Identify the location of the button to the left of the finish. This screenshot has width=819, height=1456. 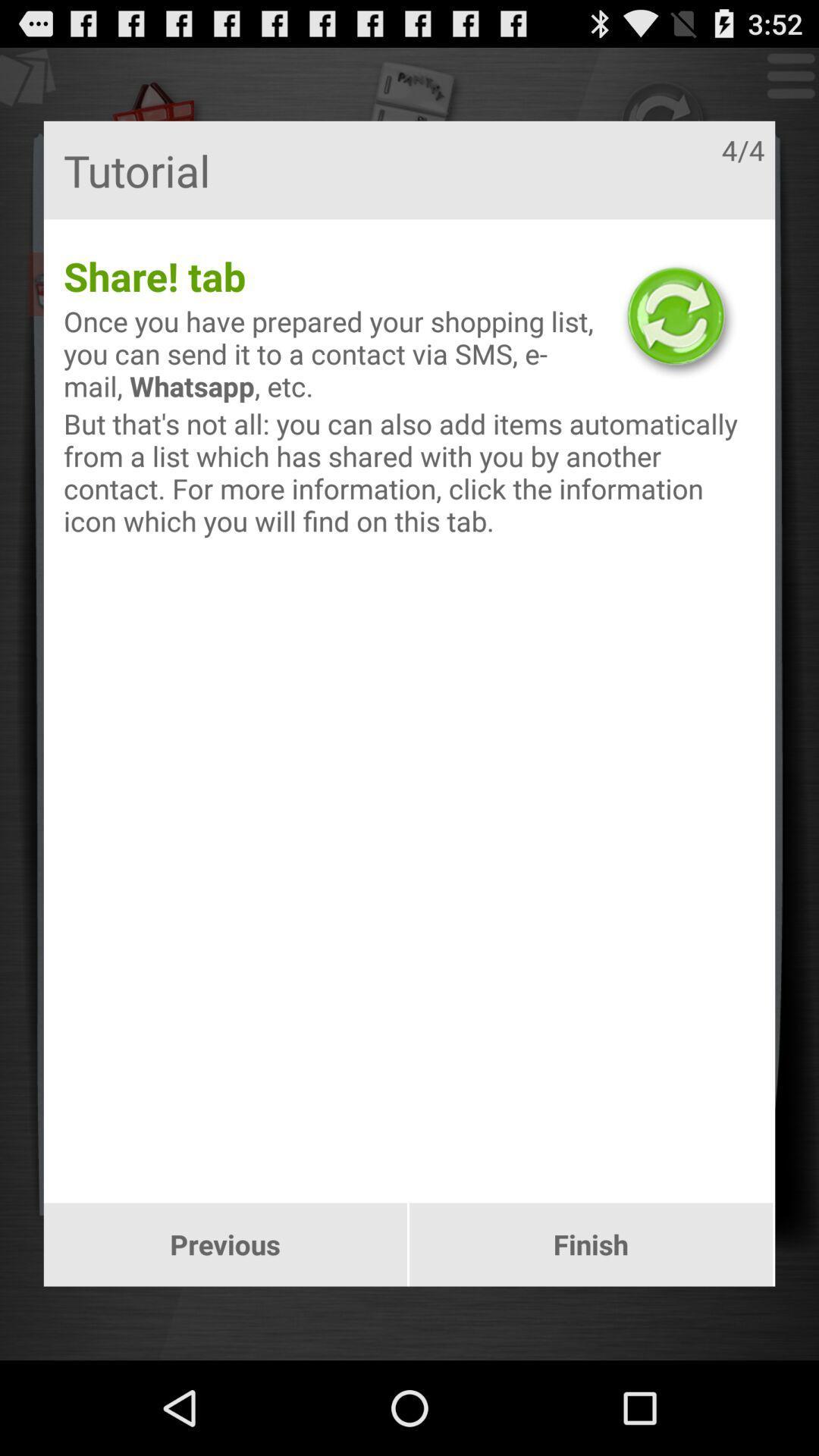
(225, 1244).